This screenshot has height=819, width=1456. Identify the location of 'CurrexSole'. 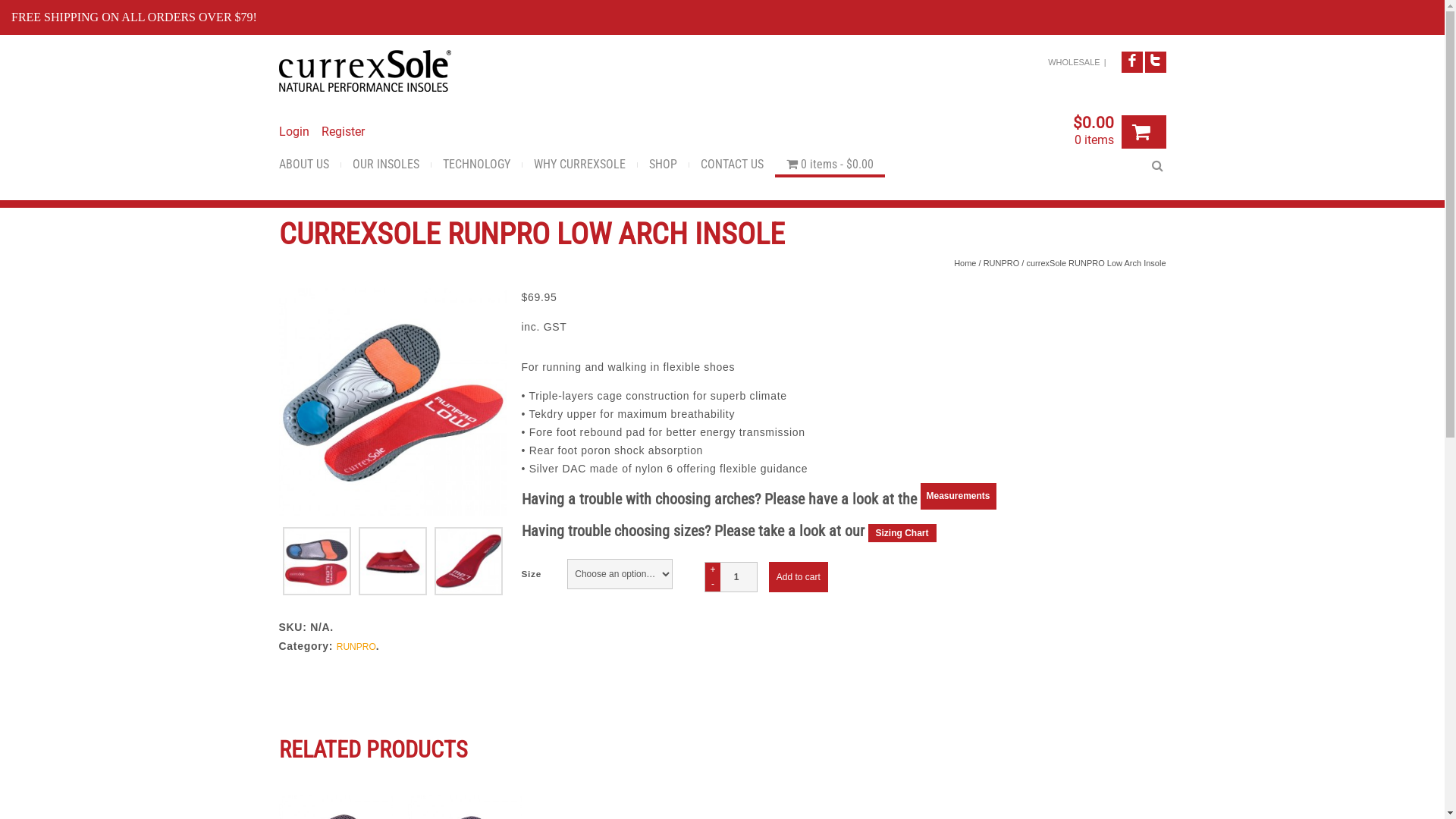
(365, 71).